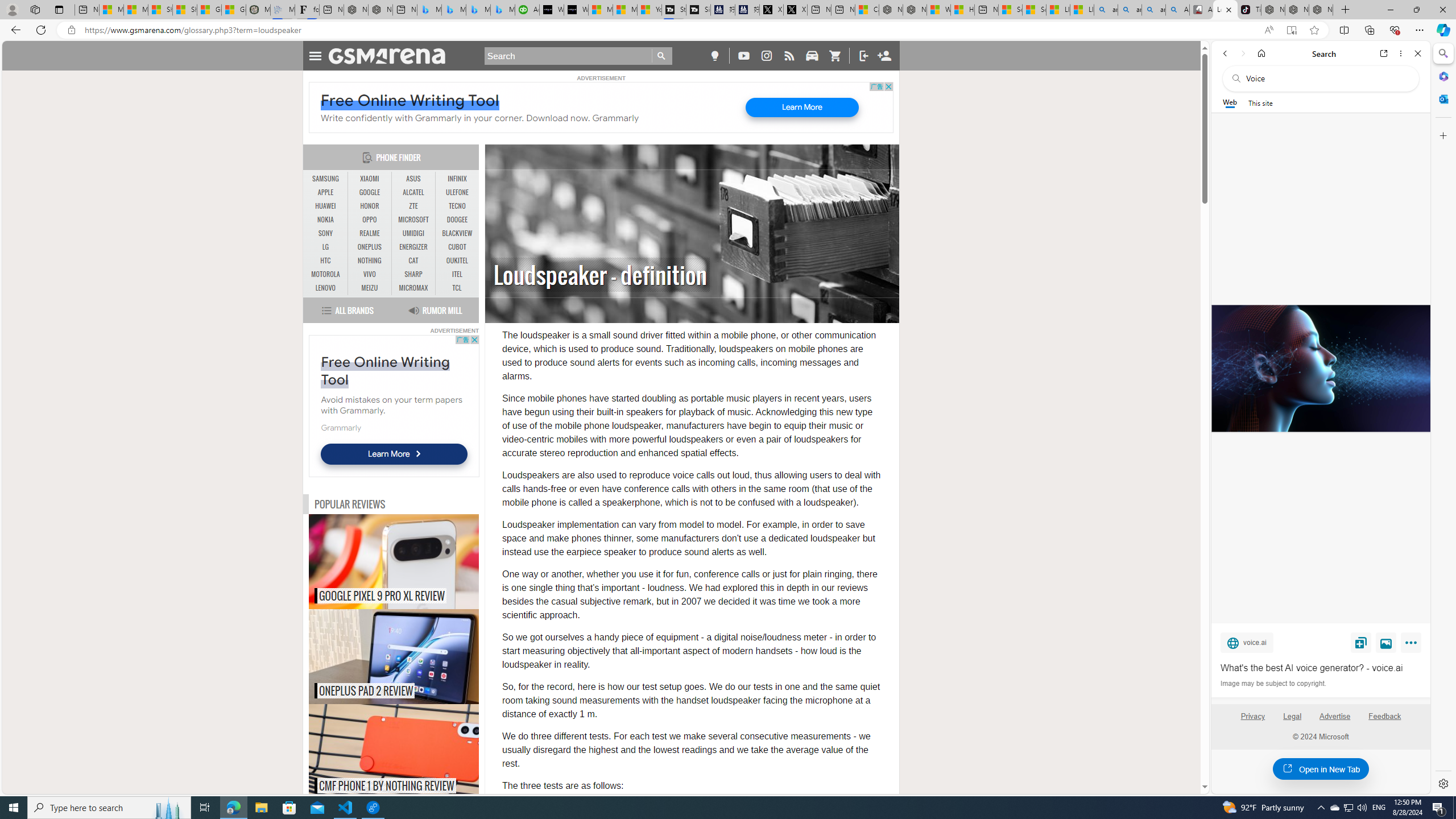 Image resolution: width=1456 pixels, height=819 pixels. I want to click on 'Avoid mistakes on your term papers with Grammarly.', so click(391, 405).